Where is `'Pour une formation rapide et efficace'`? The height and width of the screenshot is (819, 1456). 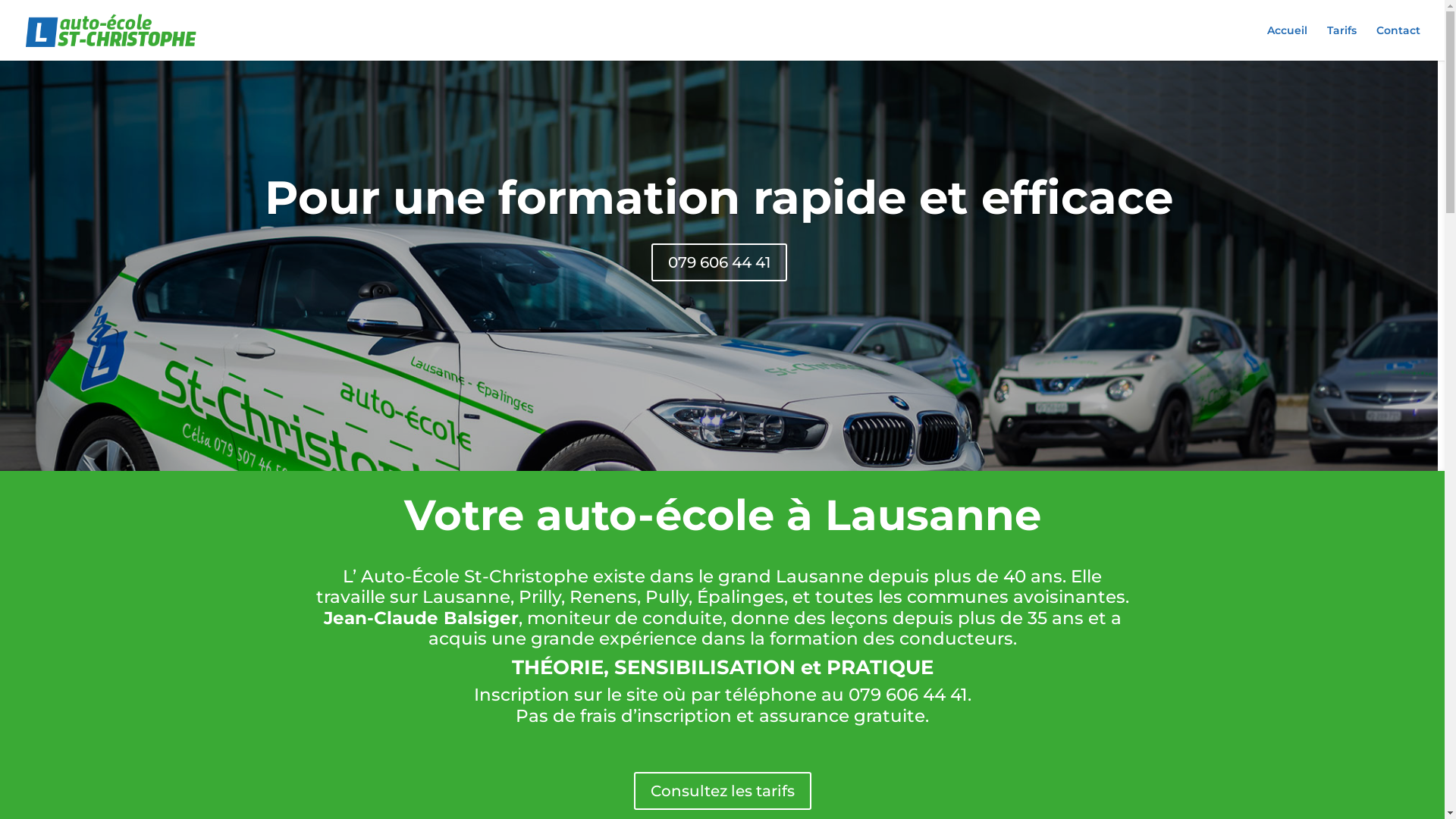
'Pour une formation rapide et efficace' is located at coordinates (265, 196).